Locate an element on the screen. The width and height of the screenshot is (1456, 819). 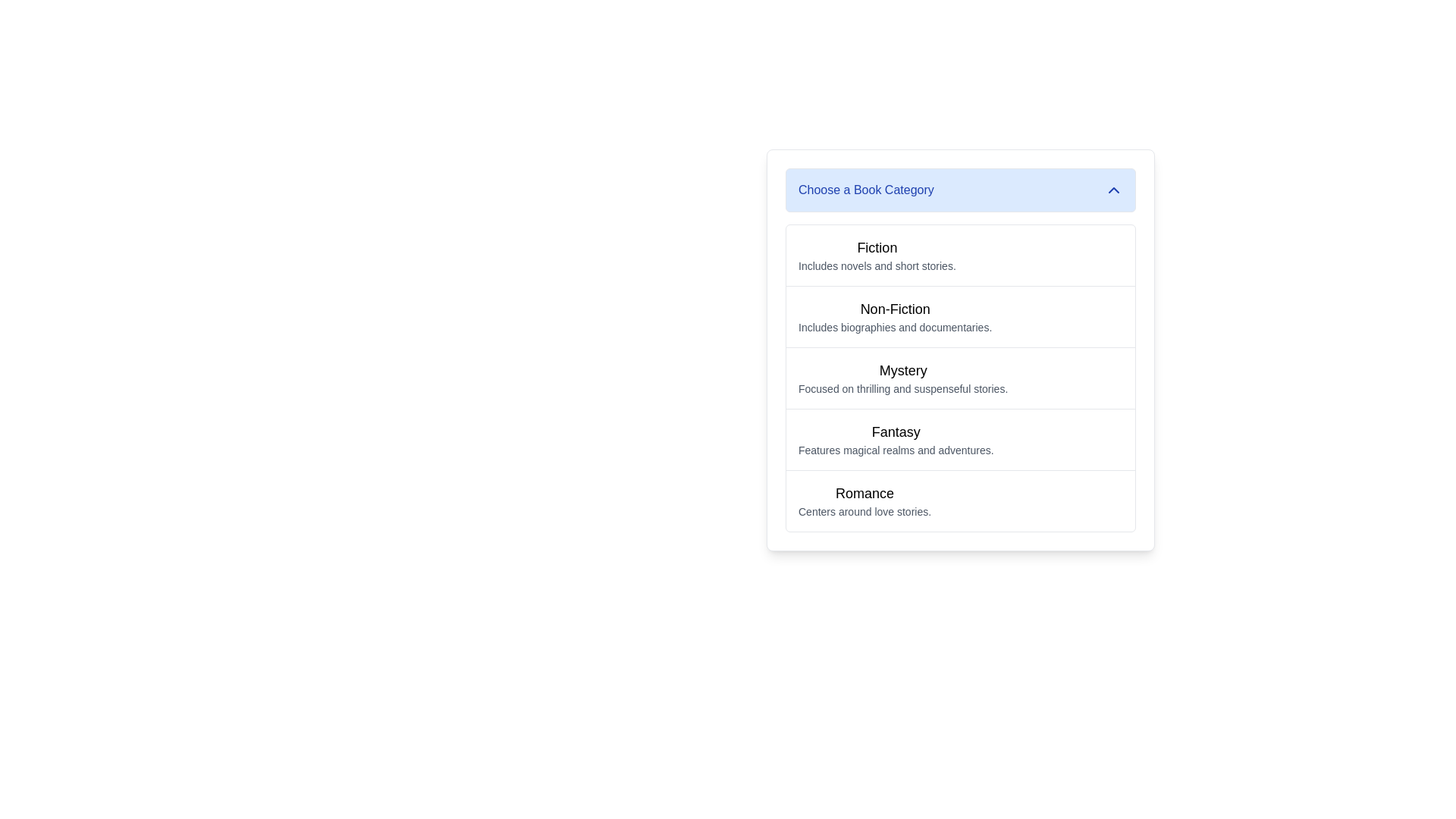
the 'Romance' button, which features a larger bold title and a smaller description is located at coordinates (864, 500).